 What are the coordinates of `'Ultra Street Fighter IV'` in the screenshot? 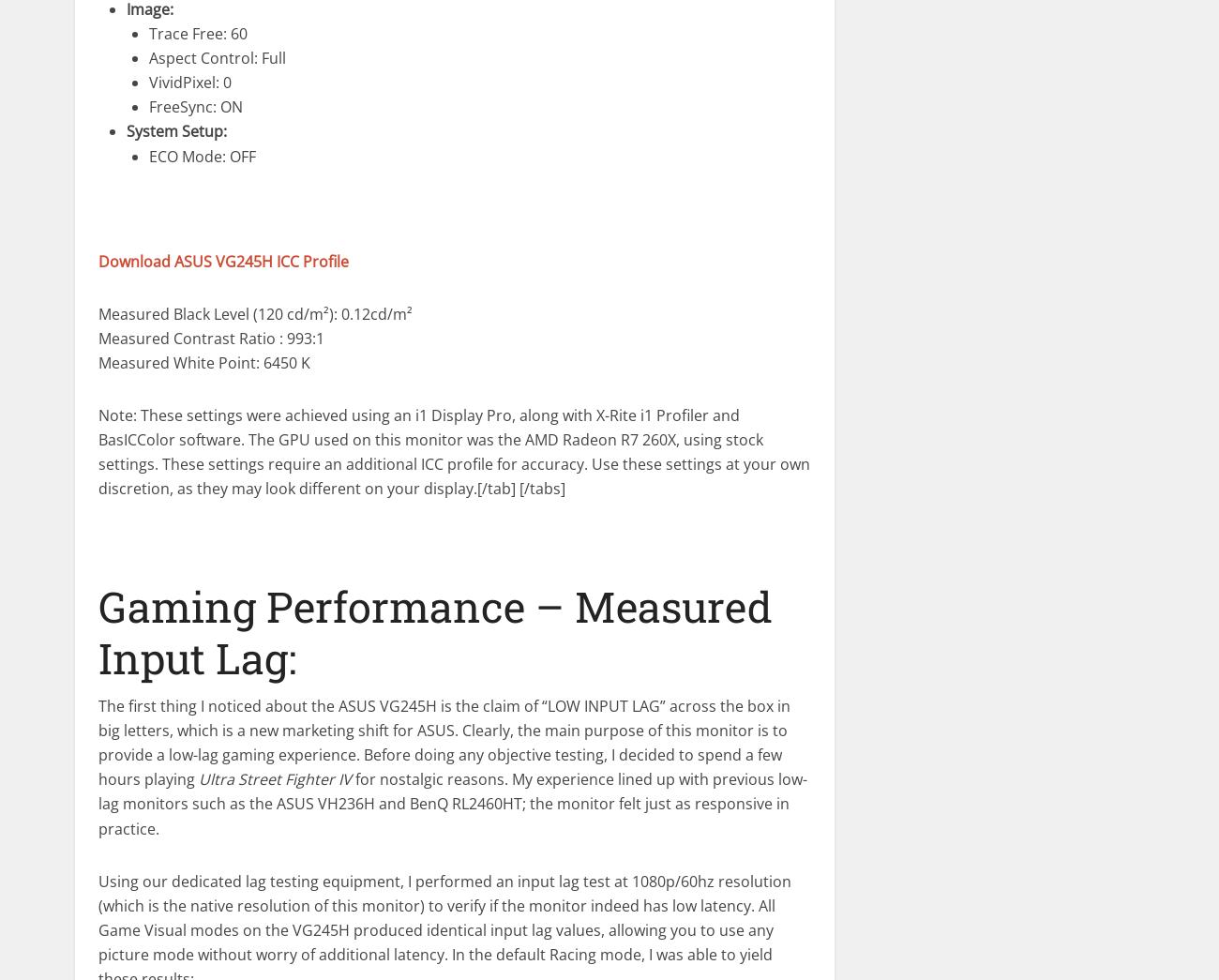 It's located at (275, 777).